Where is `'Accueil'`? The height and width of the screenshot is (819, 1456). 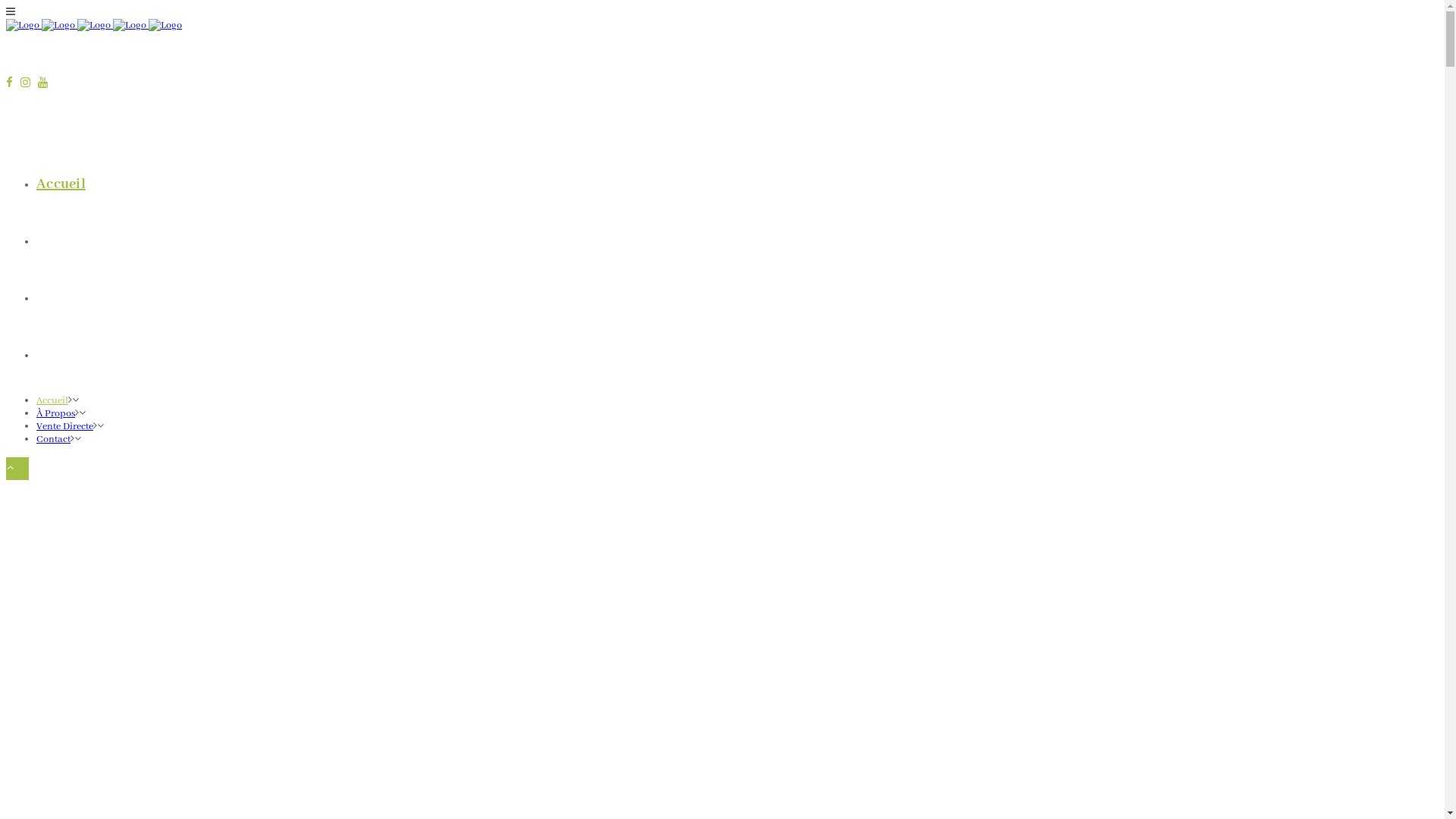
'Accueil' is located at coordinates (61, 184).